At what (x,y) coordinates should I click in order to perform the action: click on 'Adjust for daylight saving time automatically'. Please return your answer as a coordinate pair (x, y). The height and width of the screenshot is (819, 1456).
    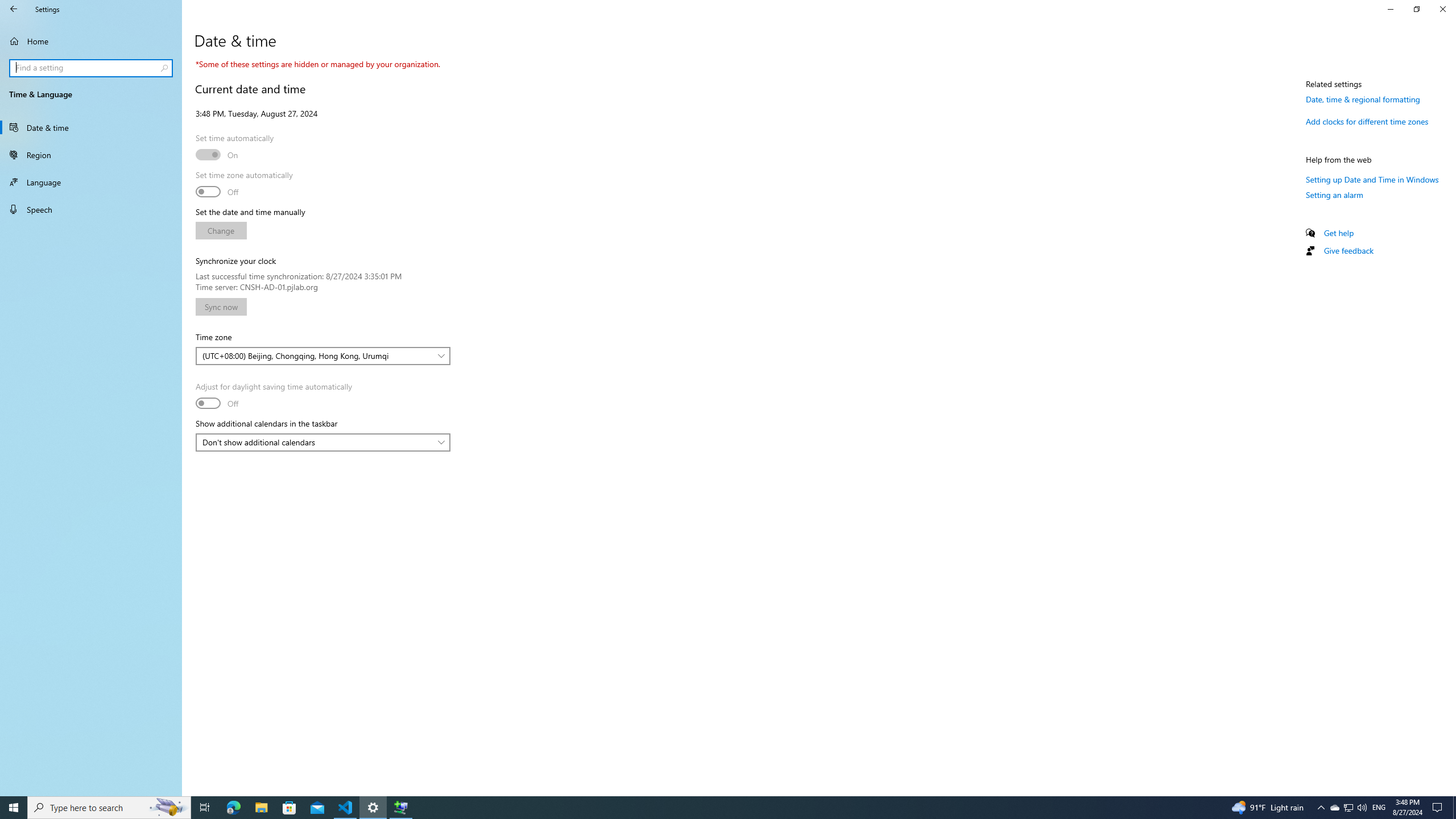
    Looking at the image, I should click on (274, 396).